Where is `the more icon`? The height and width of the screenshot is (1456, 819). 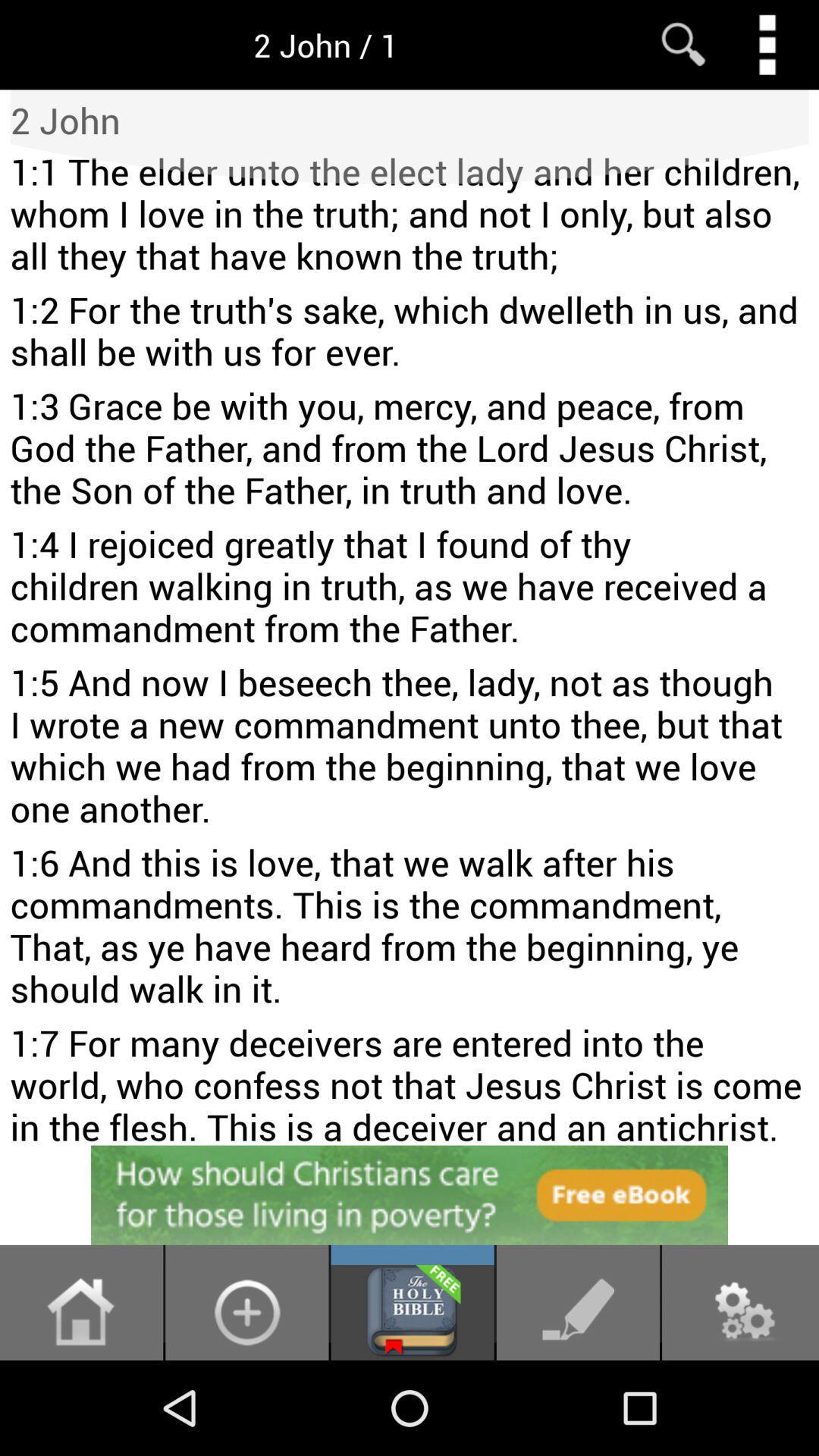 the more icon is located at coordinates (767, 48).